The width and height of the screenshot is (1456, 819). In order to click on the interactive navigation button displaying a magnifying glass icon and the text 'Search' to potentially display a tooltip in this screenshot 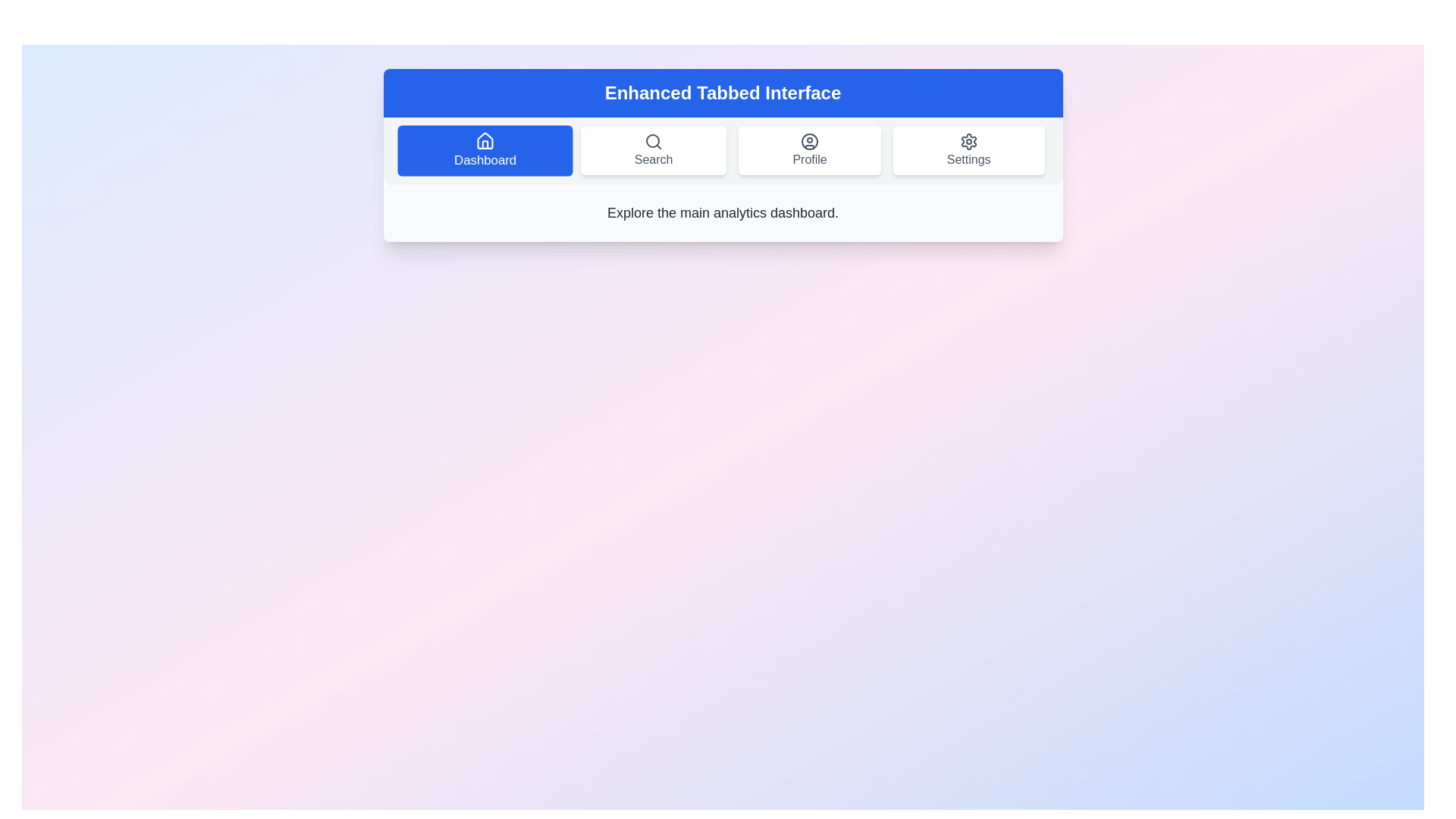, I will do `click(654, 151)`.